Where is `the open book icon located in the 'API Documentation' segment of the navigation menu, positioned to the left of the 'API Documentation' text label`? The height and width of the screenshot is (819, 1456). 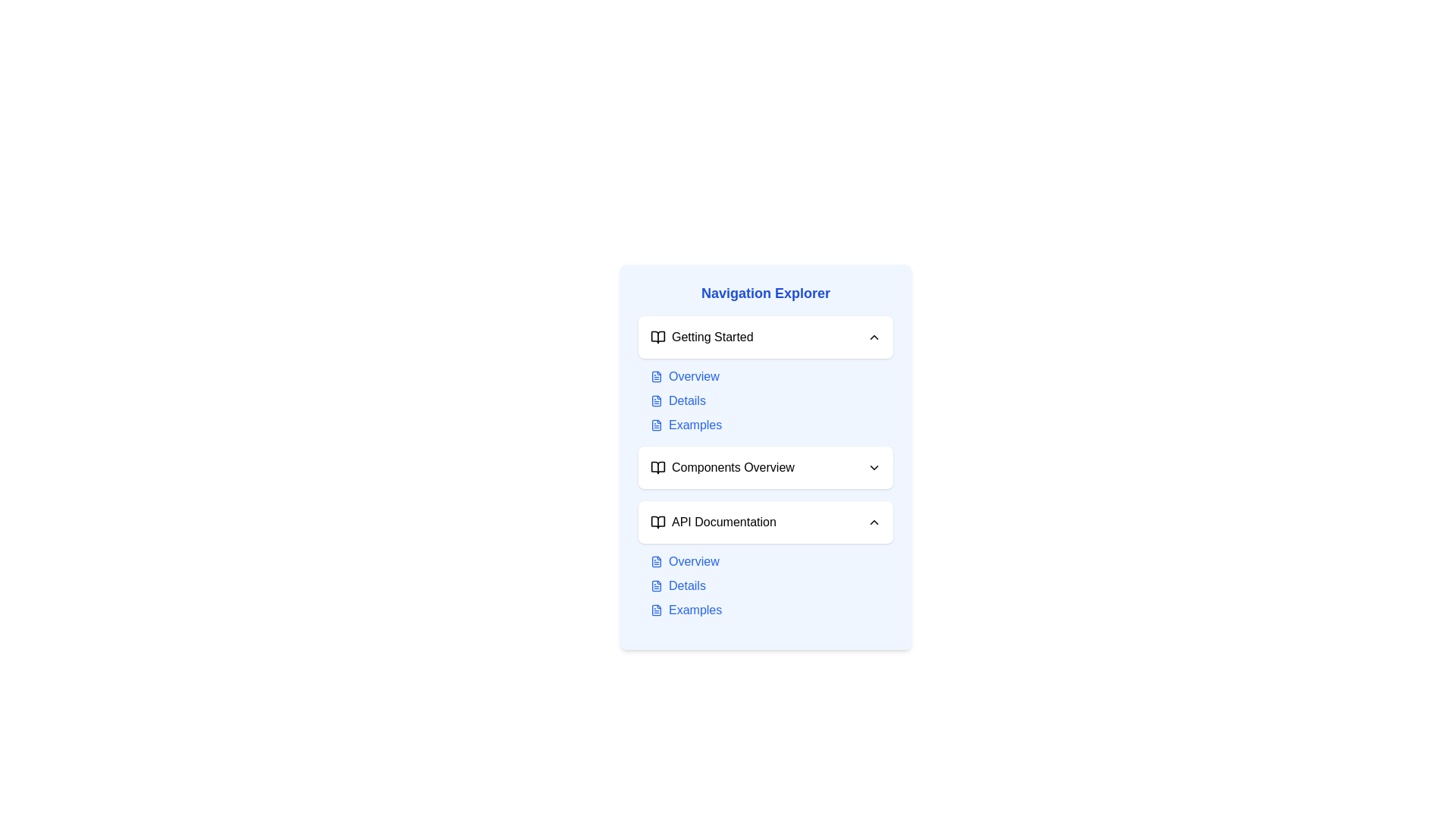
the open book icon located in the 'API Documentation' segment of the navigation menu, positioned to the left of the 'API Documentation' text label is located at coordinates (658, 522).